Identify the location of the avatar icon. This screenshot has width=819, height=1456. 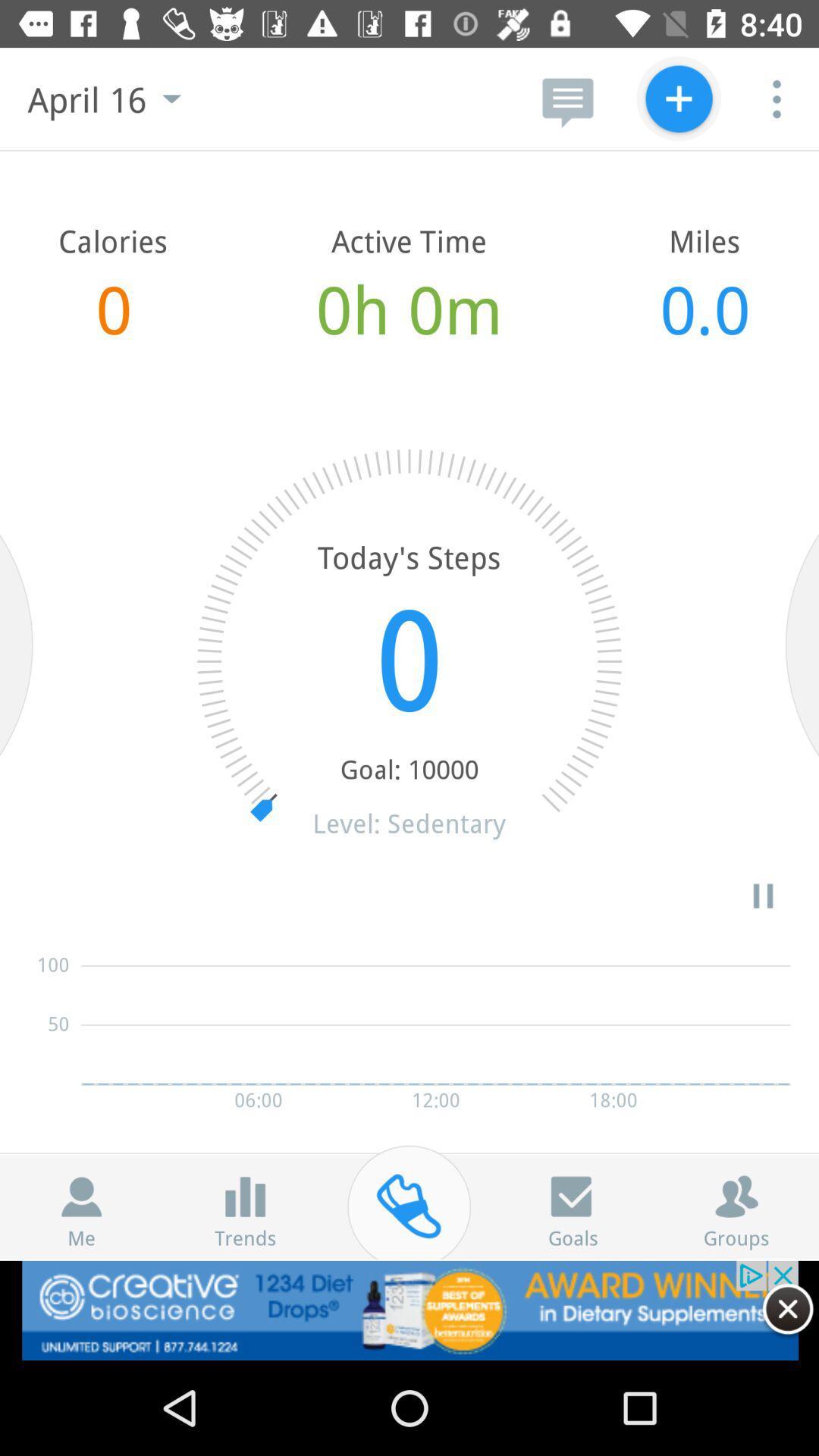
(81, 1196).